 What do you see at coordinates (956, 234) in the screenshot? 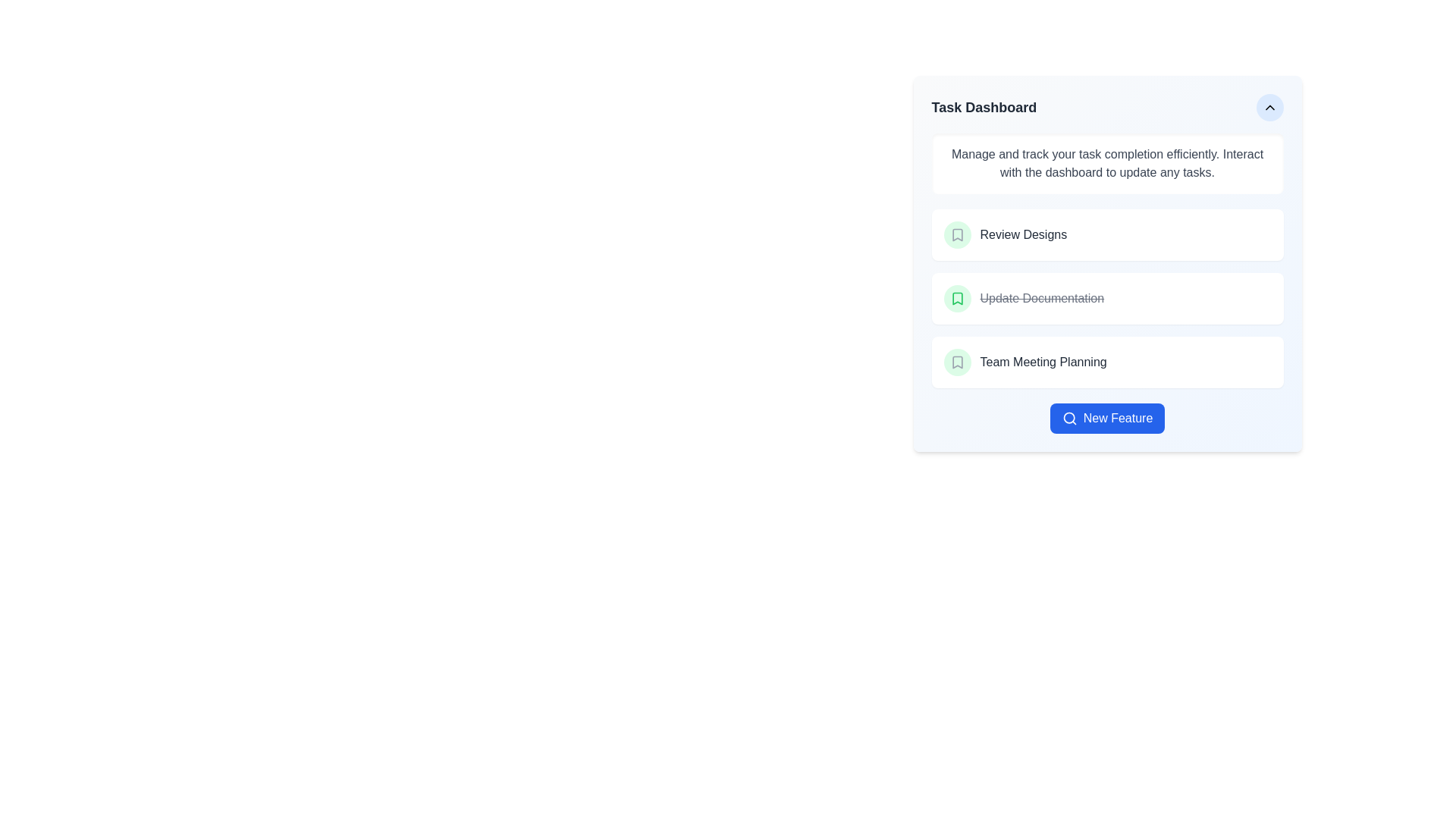
I see `the SVG-based bookmark icon within the 'Review Designs' button in the task list under 'Task Dashboard.' This icon is the first item in the list and serves an informative role` at bounding box center [956, 234].